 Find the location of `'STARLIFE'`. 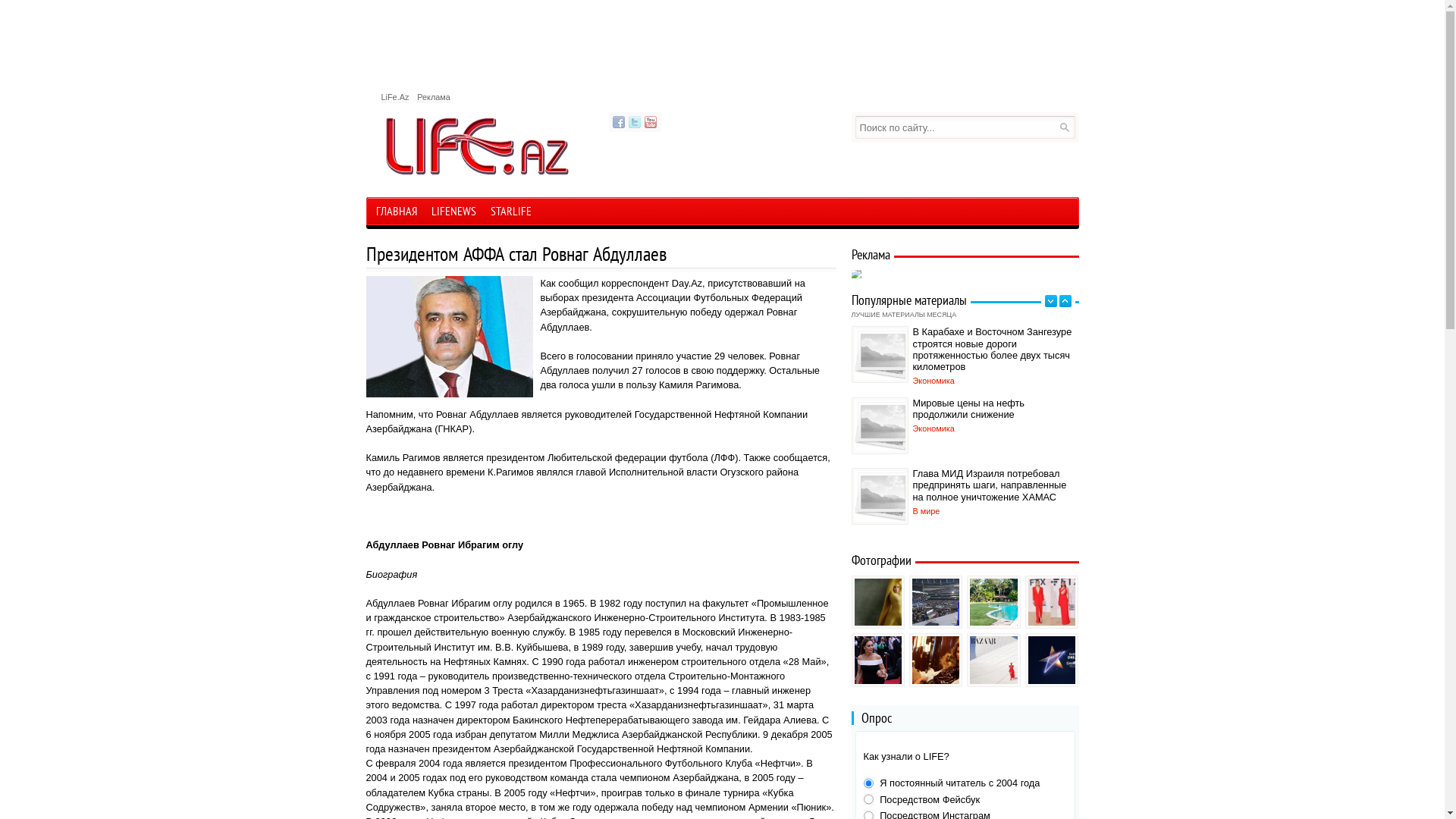

'STARLIFE' is located at coordinates (510, 213).